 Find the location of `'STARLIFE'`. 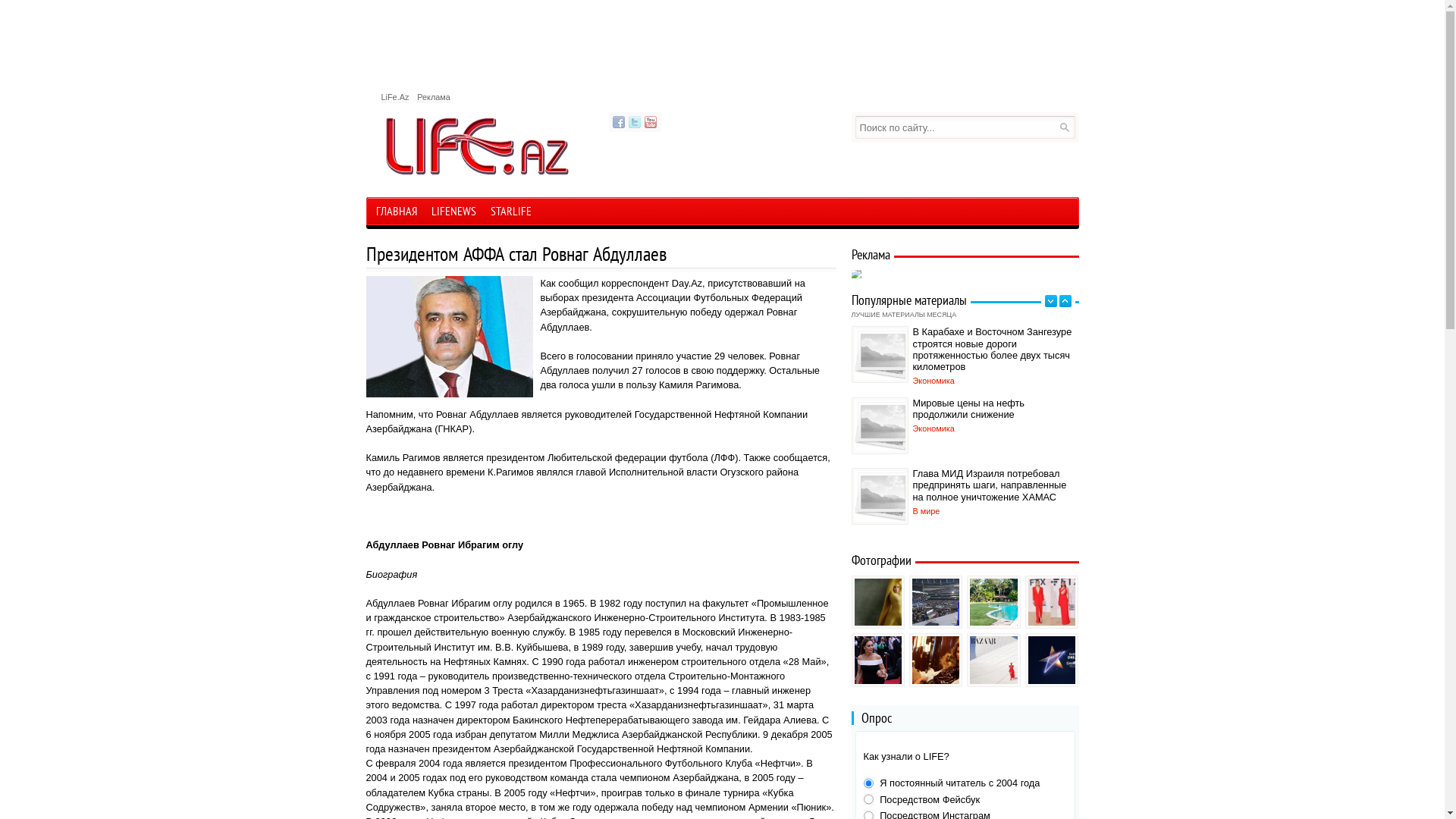

'STARLIFE' is located at coordinates (510, 213).